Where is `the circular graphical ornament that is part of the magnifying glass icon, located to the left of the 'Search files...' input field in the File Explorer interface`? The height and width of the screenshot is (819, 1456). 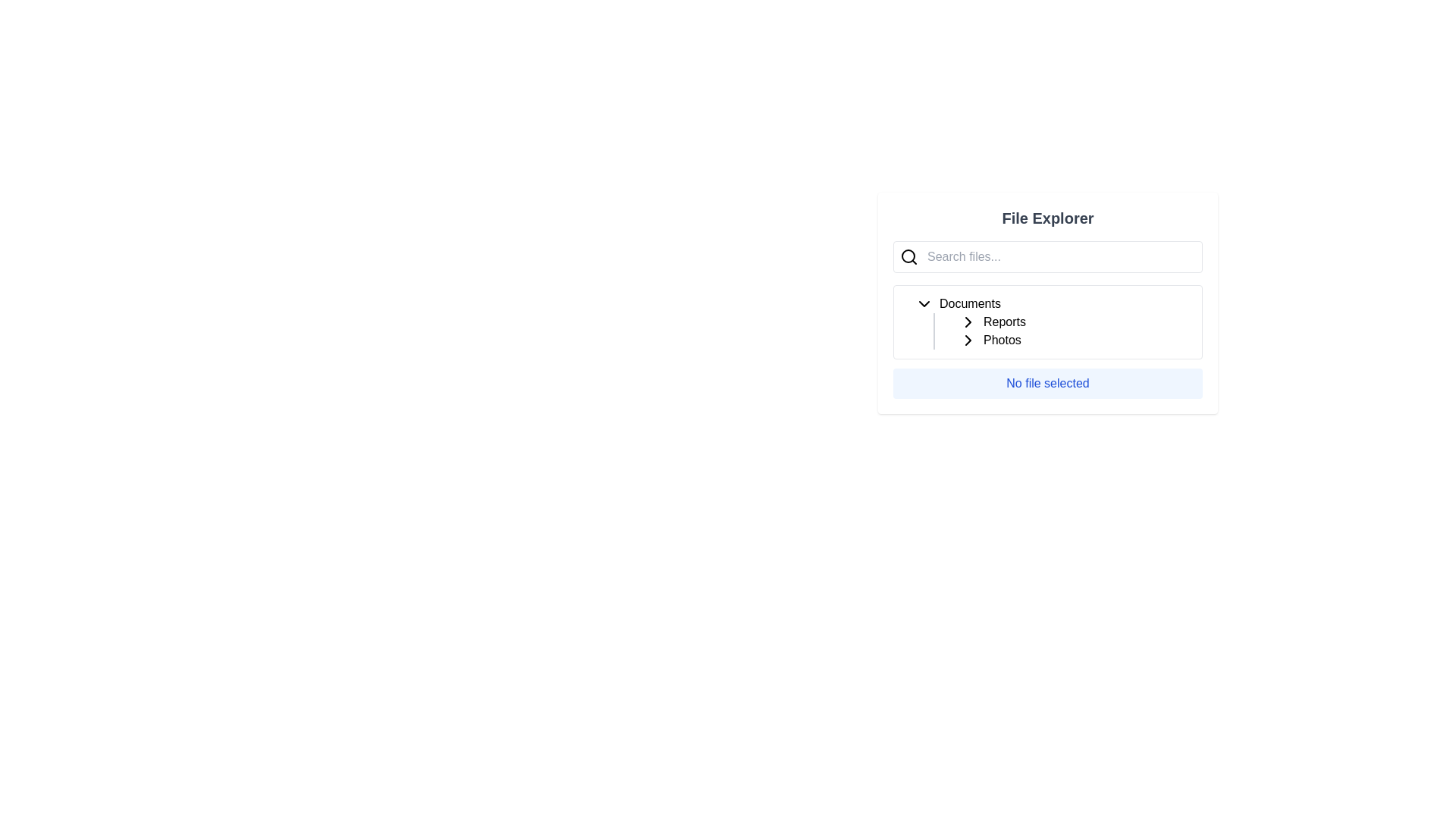
the circular graphical ornament that is part of the magnifying glass icon, located to the left of the 'Search files...' input field in the File Explorer interface is located at coordinates (908, 256).